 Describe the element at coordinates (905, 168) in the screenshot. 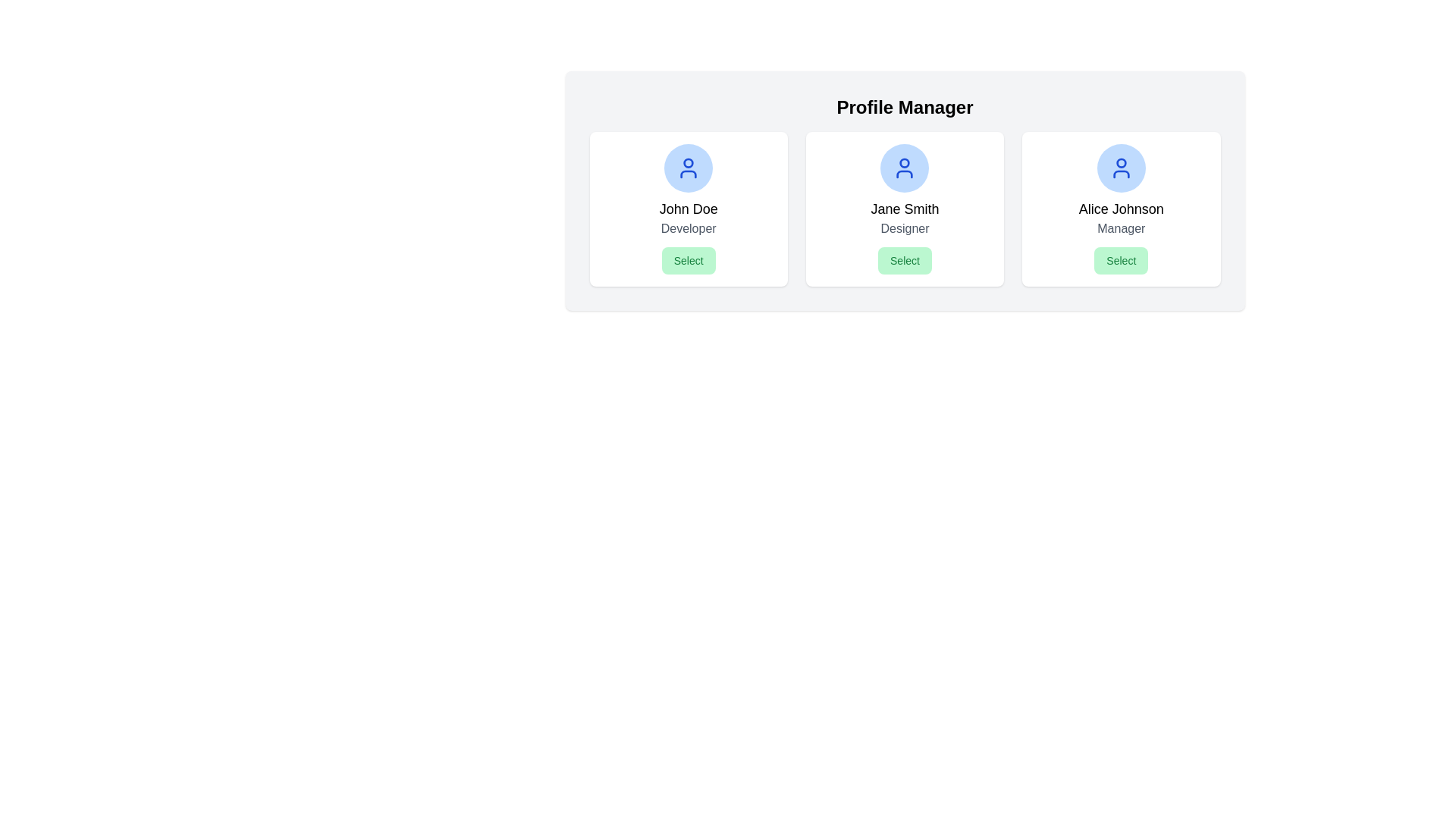

I see `the 'Jane Smith' profile icon located at the top center of the profile card` at that location.